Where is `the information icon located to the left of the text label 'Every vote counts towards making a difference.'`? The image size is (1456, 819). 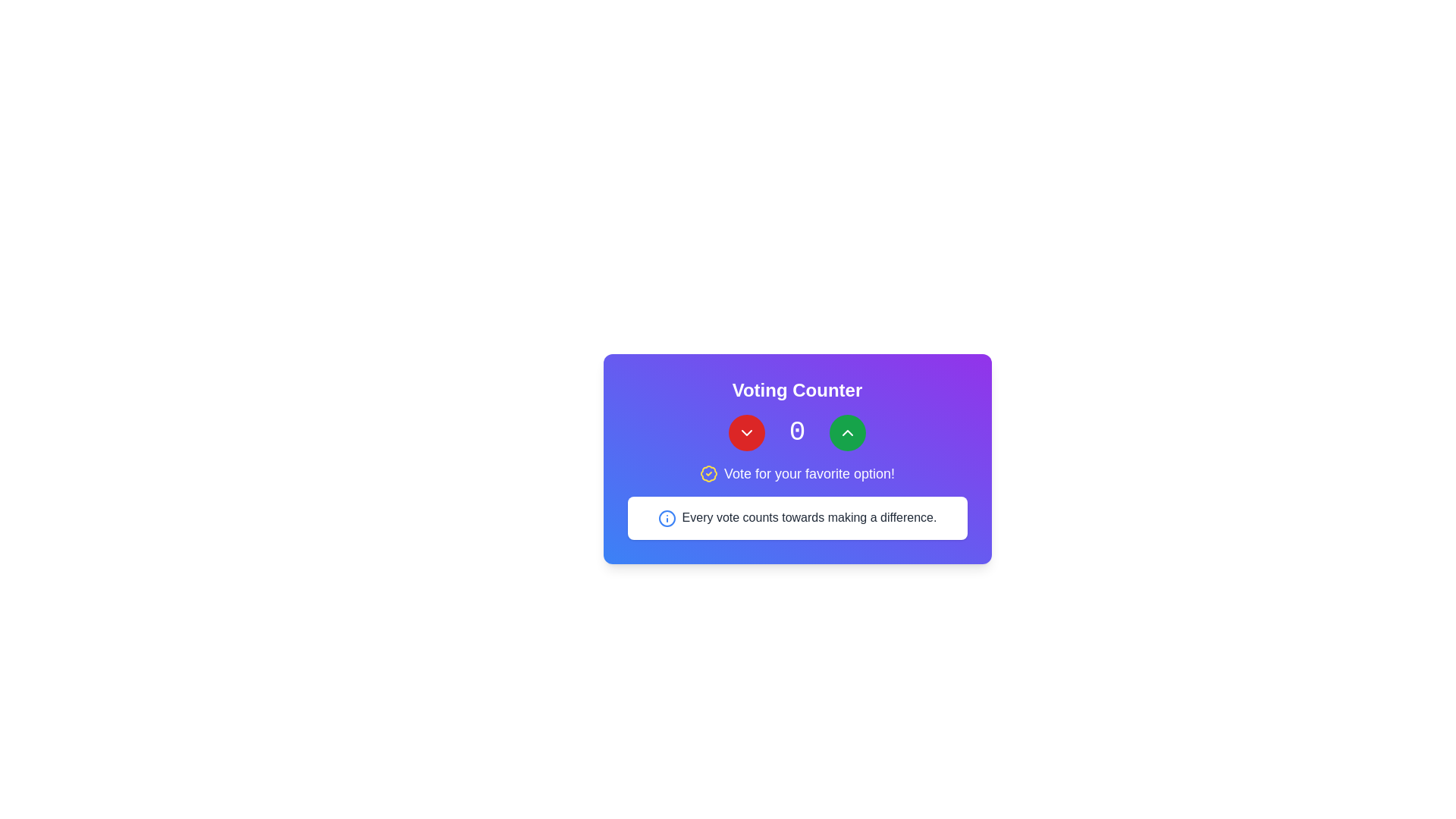
the information icon located to the left of the text label 'Every vote counts towards making a difference.' is located at coordinates (667, 517).